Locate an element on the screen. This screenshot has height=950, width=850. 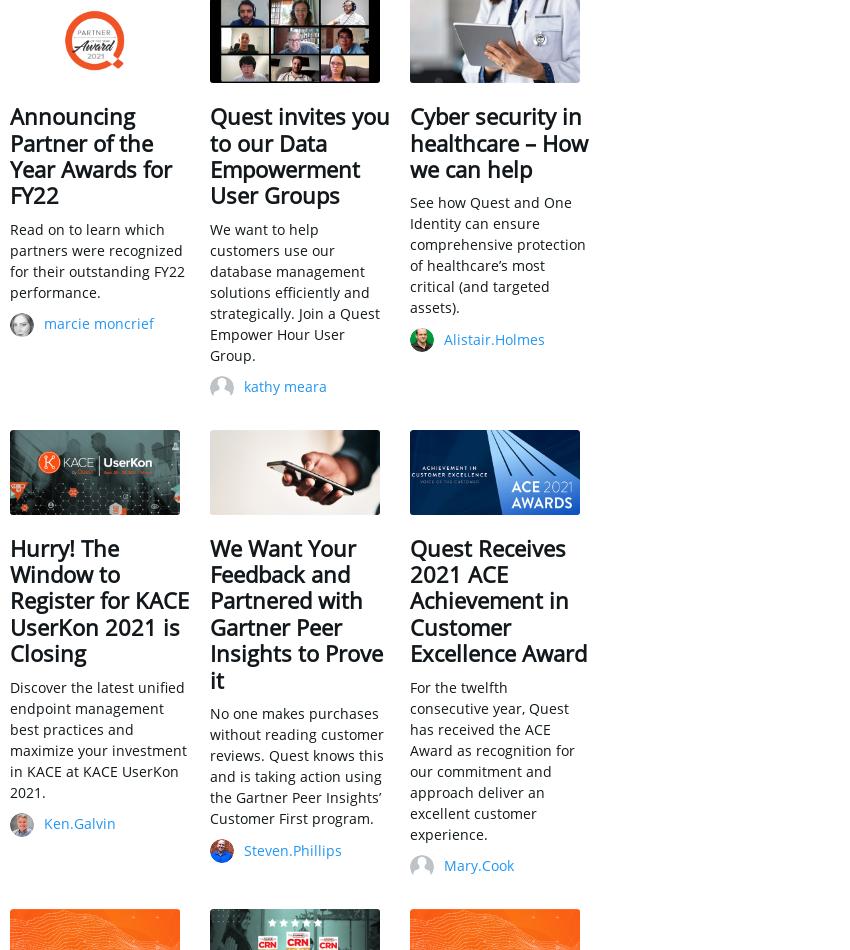
'Alistair.Holmes' is located at coordinates (494, 337).